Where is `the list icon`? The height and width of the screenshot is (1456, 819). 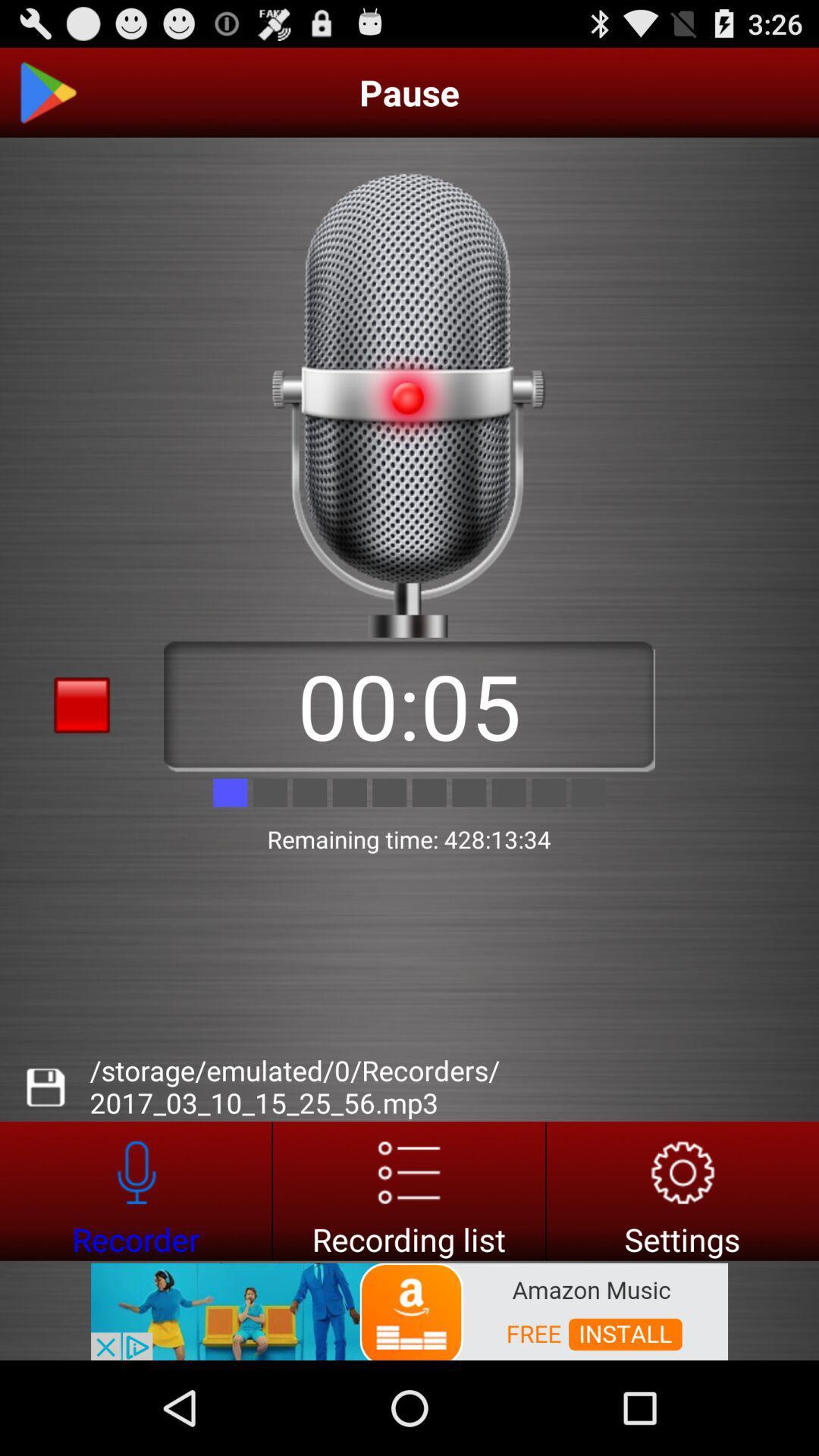 the list icon is located at coordinates (408, 1274).